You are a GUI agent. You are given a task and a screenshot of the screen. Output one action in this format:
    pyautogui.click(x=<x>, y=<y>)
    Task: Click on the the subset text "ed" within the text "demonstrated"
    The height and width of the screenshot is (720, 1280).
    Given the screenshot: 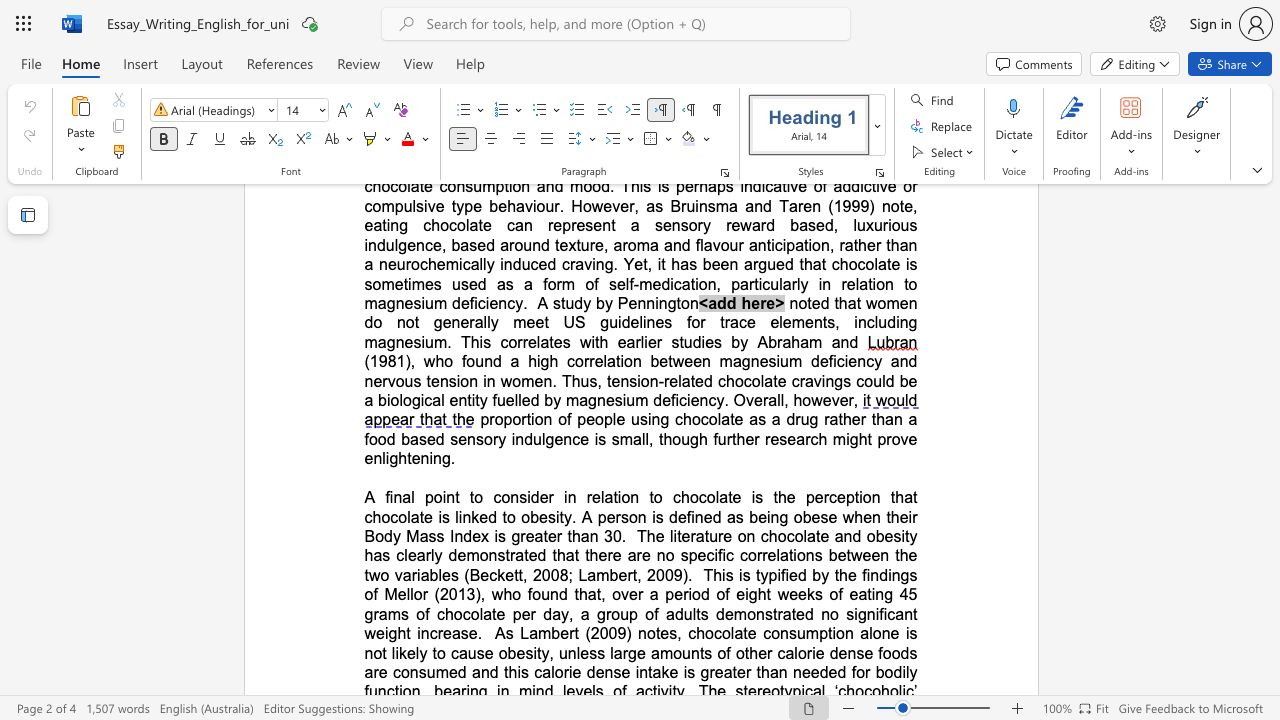 What is the action you would take?
    pyautogui.click(x=795, y=613)
    